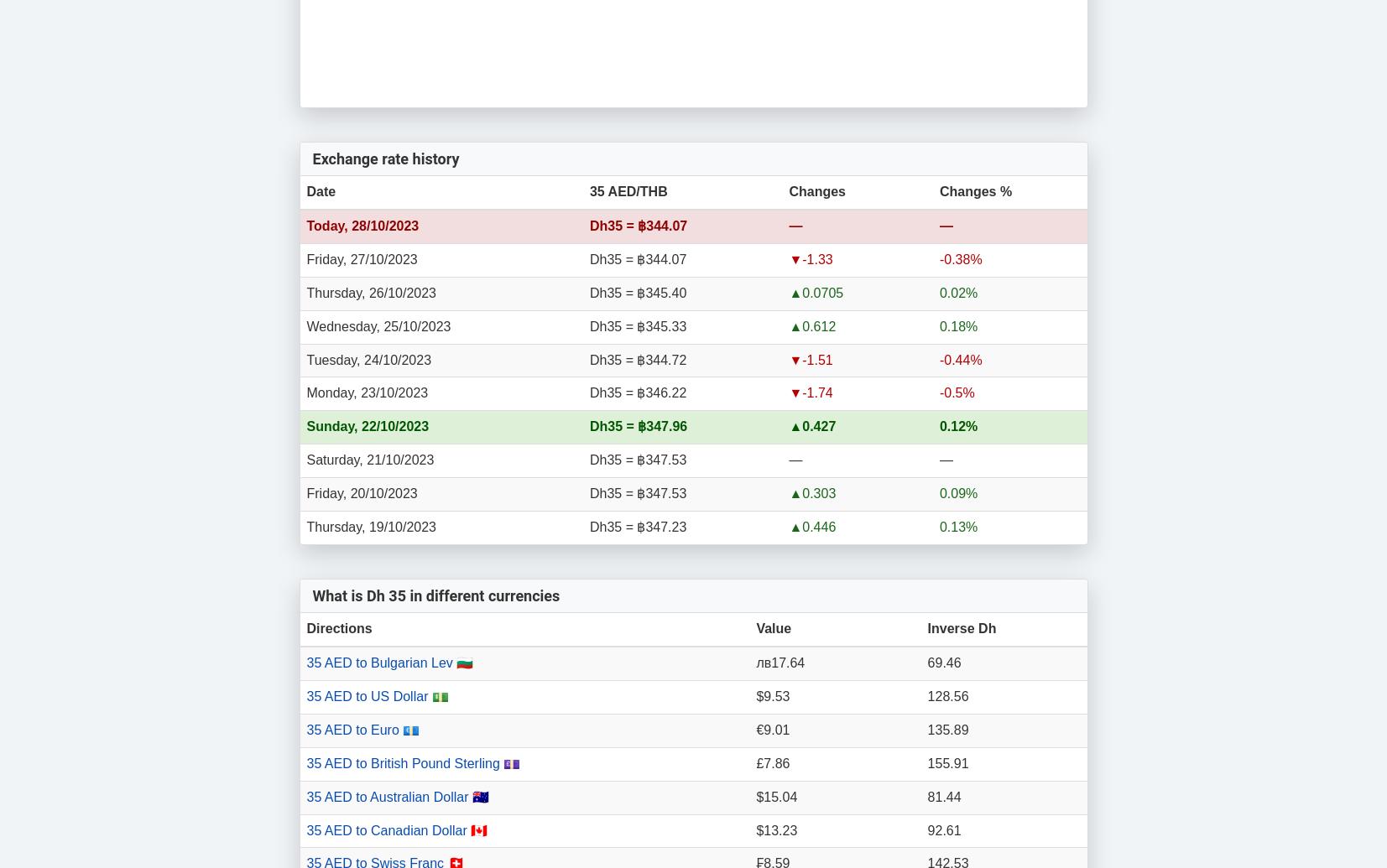 The image size is (1387, 868). Describe the element at coordinates (958, 292) in the screenshot. I see `'0.02%'` at that location.